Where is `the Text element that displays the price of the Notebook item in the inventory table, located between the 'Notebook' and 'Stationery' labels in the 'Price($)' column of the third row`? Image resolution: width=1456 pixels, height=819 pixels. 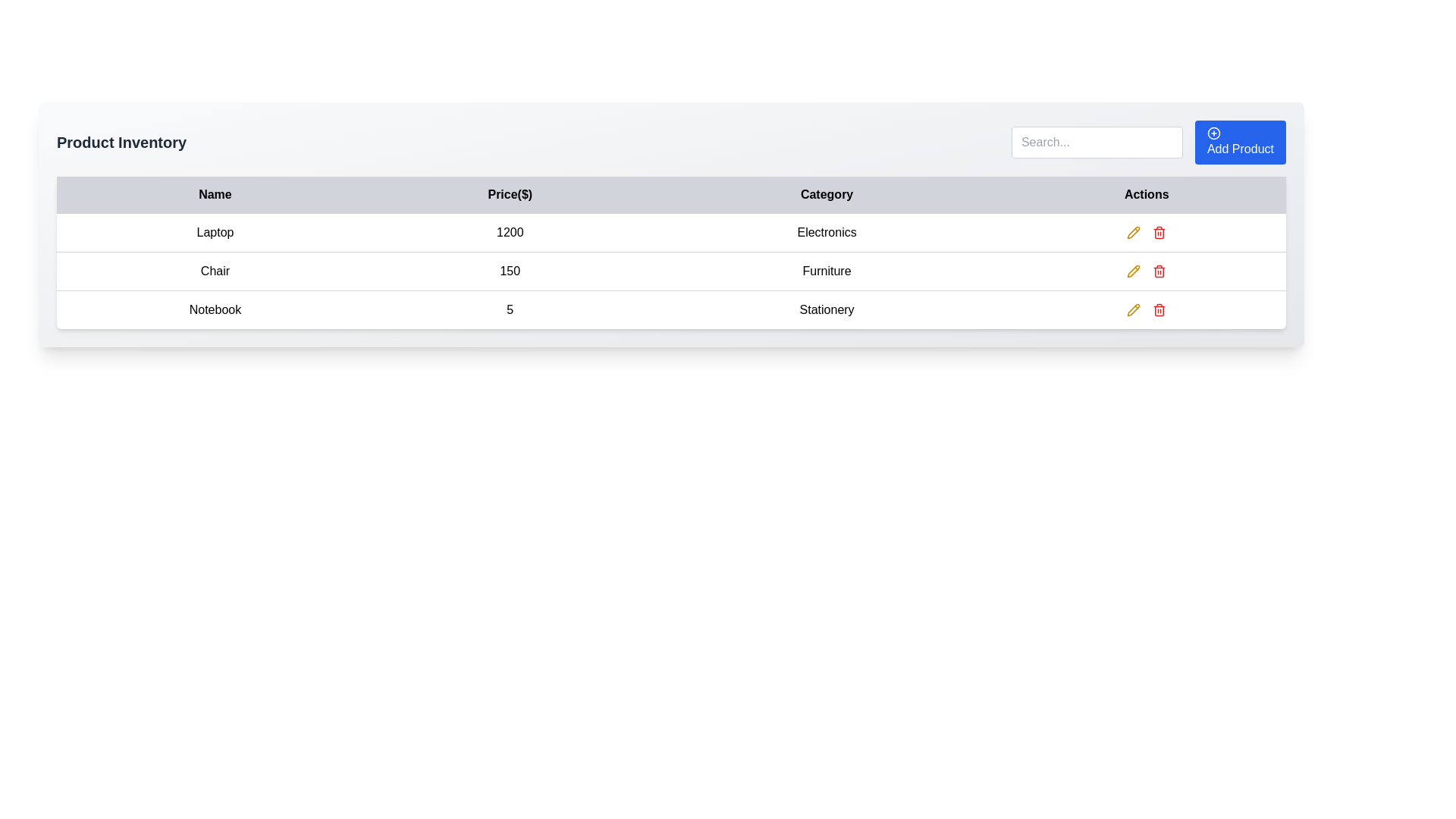
the Text element that displays the price of the Notebook item in the inventory table, located between the 'Notebook' and 'Stationery' labels in the 'Price($)' column of the third row is located at coordinates (510, 309).